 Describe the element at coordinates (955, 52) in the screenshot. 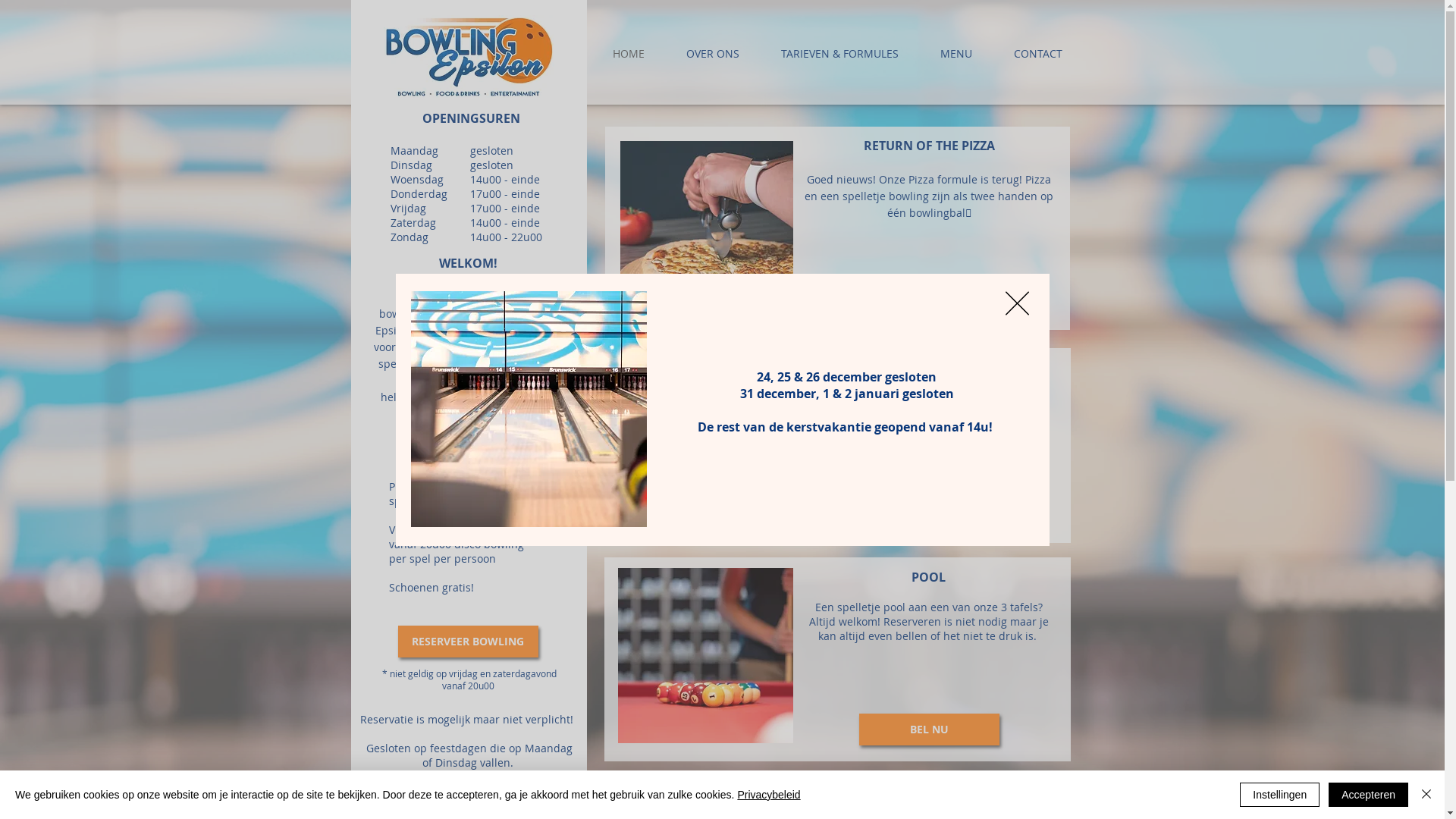

I see `'MENU'` at that location.